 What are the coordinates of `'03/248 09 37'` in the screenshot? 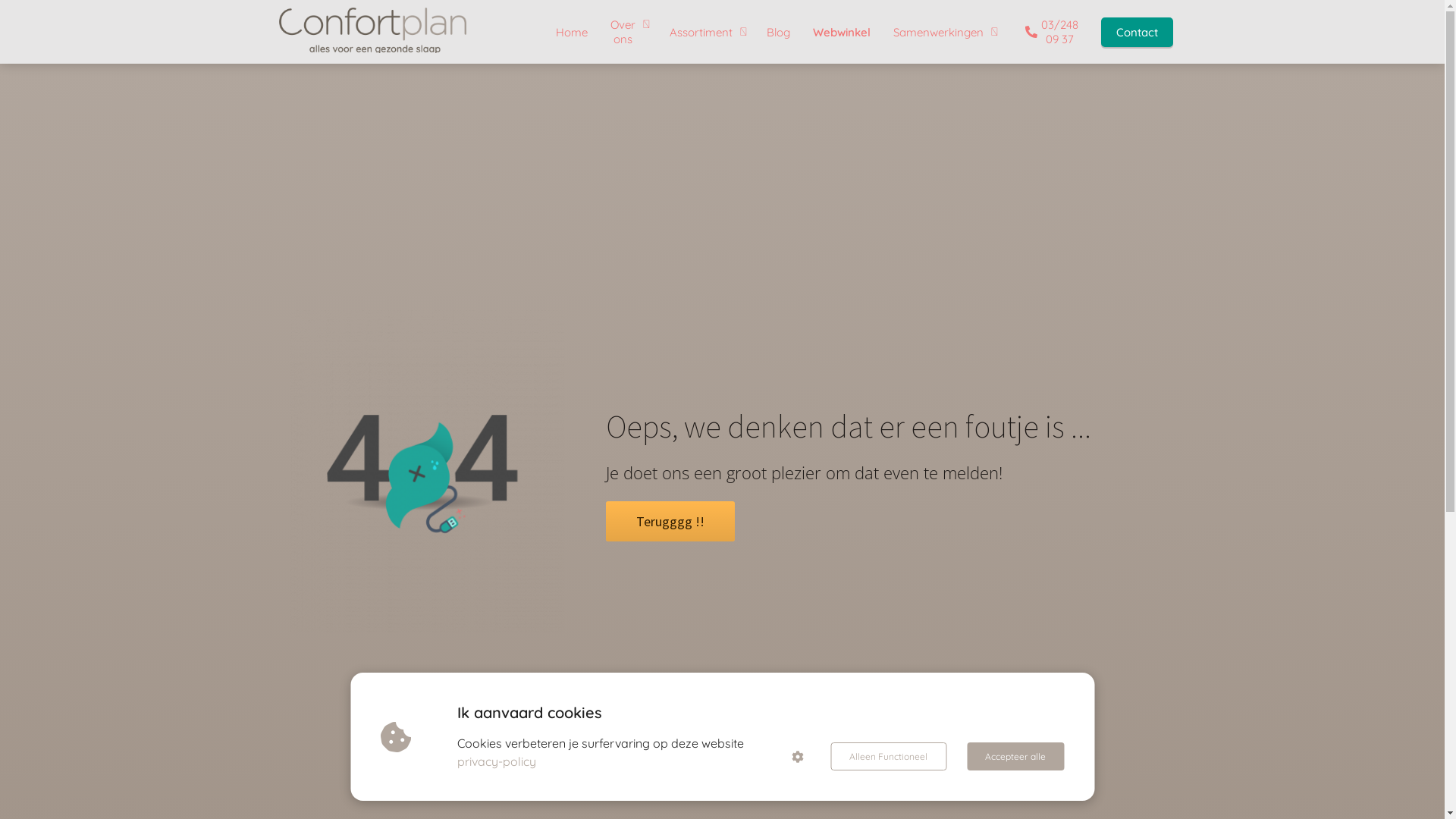 It's located at (1046, 32).